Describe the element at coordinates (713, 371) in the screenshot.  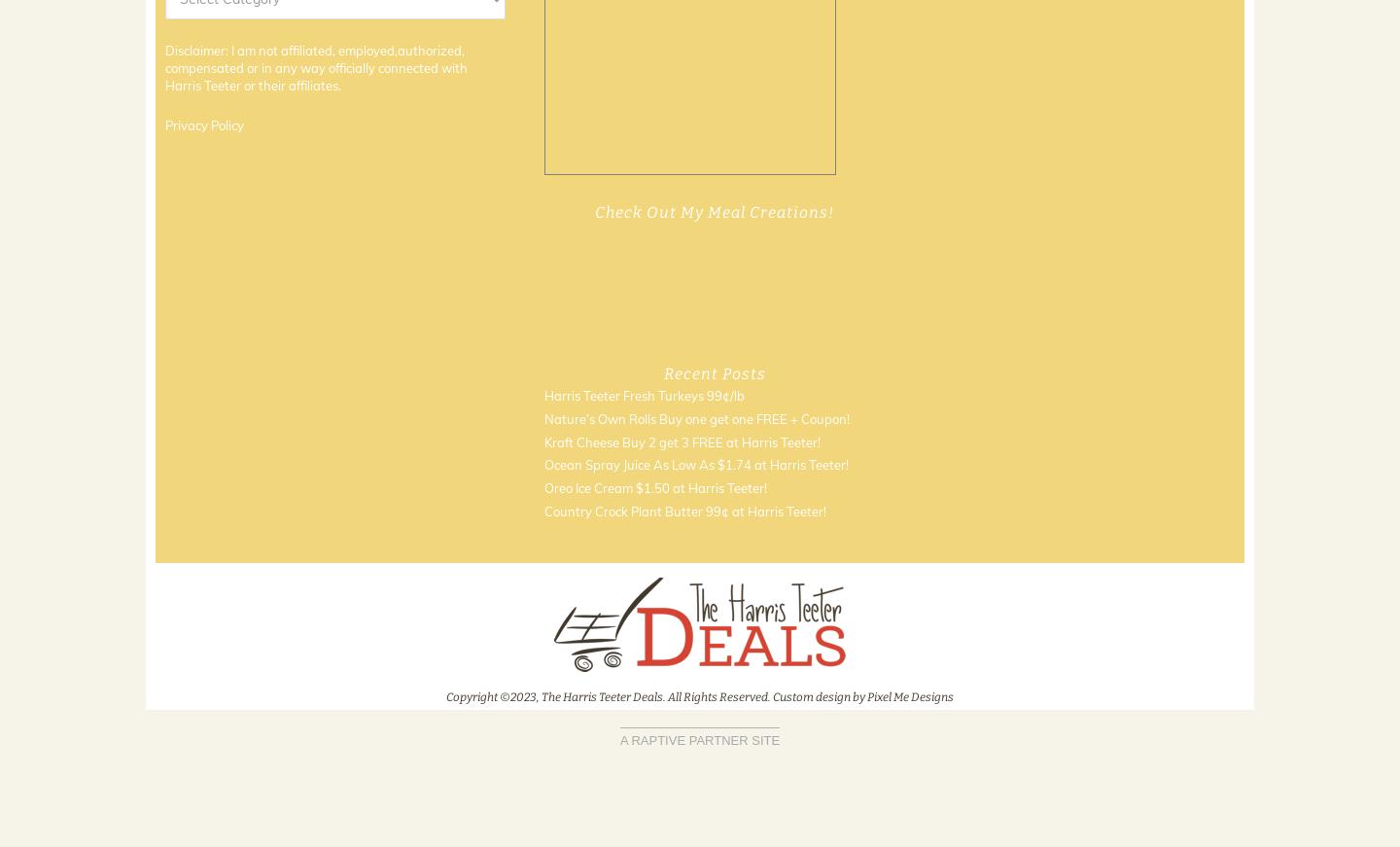
I see `'Recent Posts'` at that location.